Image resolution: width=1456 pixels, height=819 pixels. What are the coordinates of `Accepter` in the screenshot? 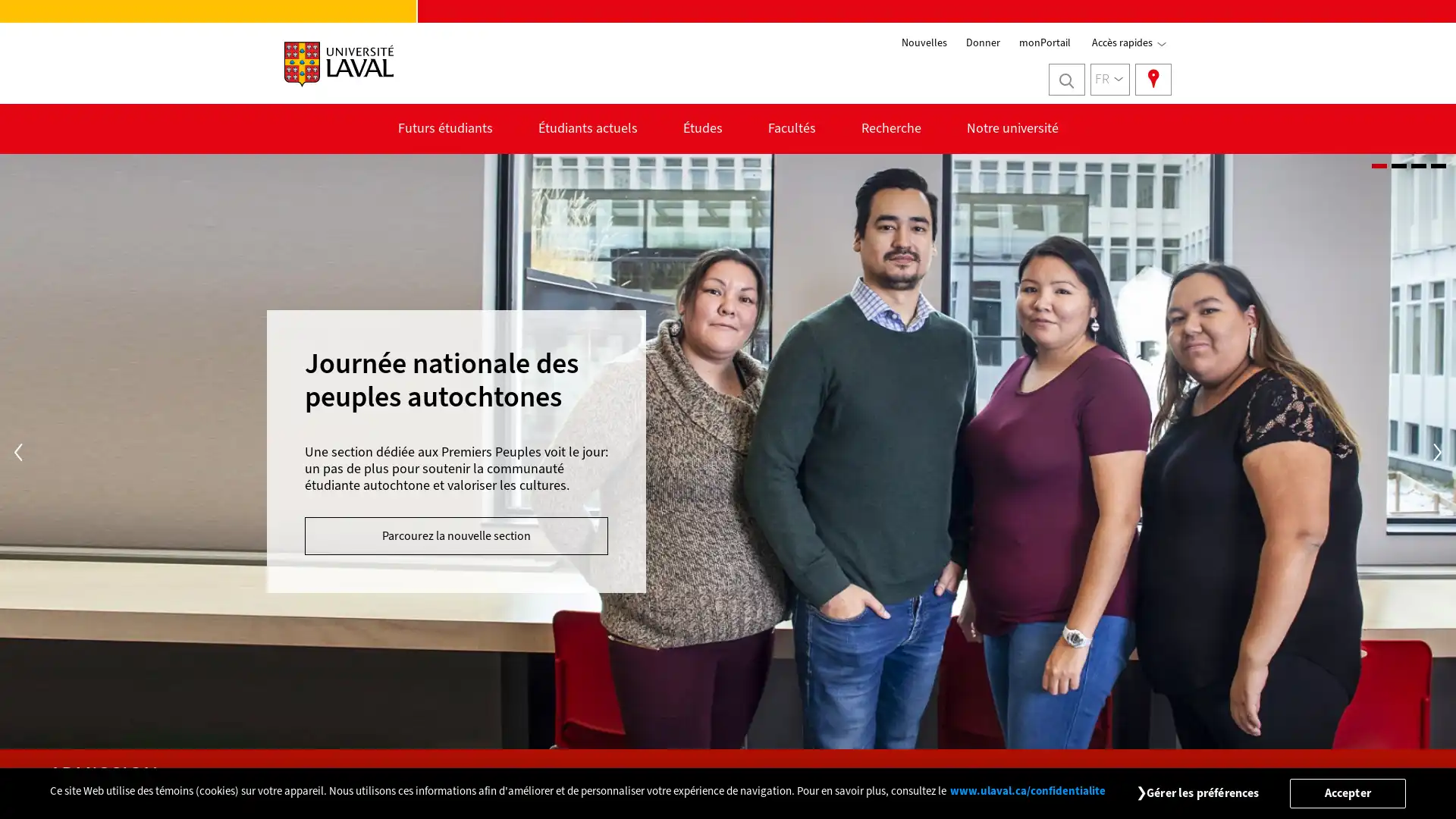 It's located at (1347, 792).